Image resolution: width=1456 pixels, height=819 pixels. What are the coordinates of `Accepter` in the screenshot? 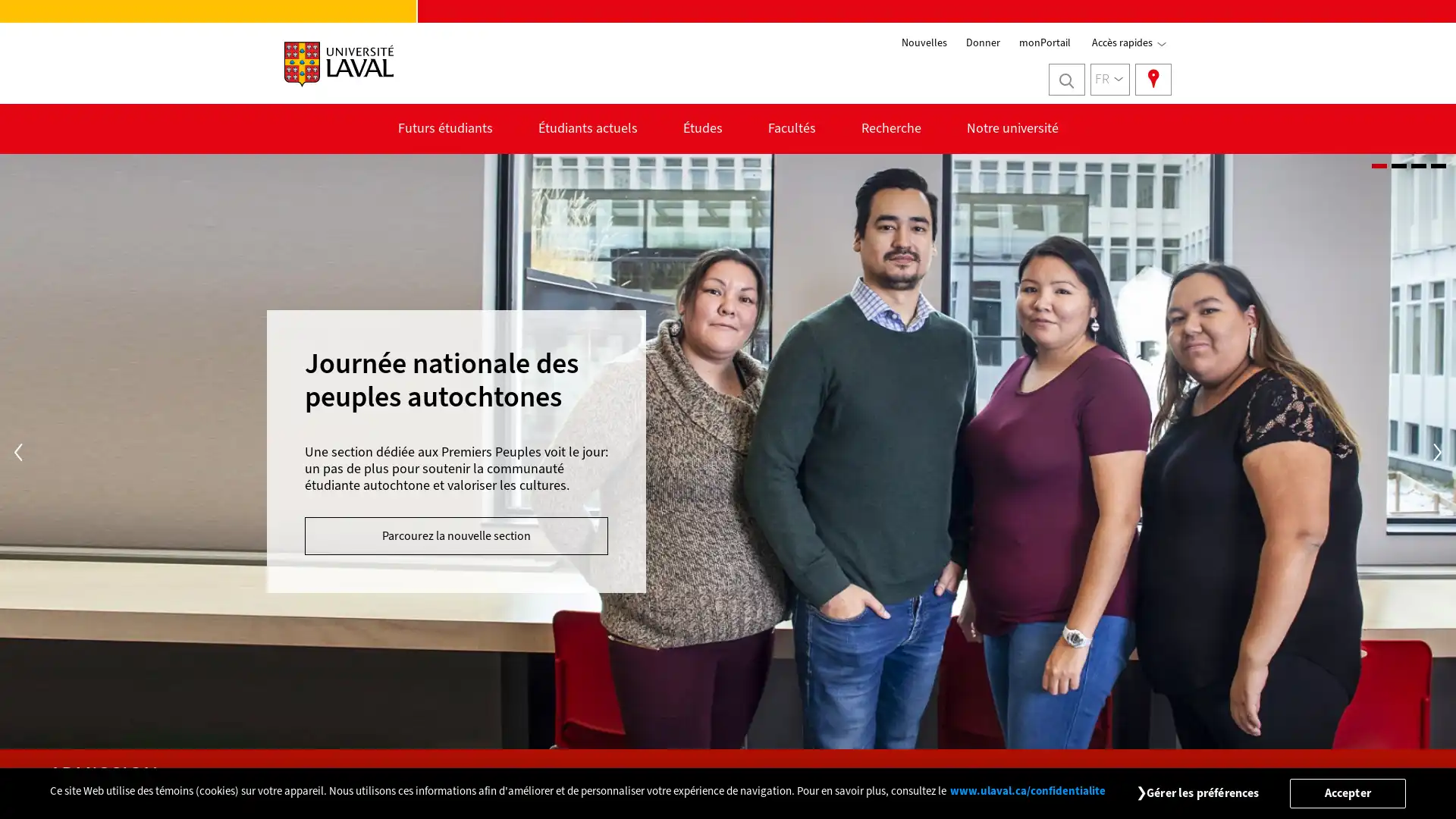 It's located at (1347, 792).